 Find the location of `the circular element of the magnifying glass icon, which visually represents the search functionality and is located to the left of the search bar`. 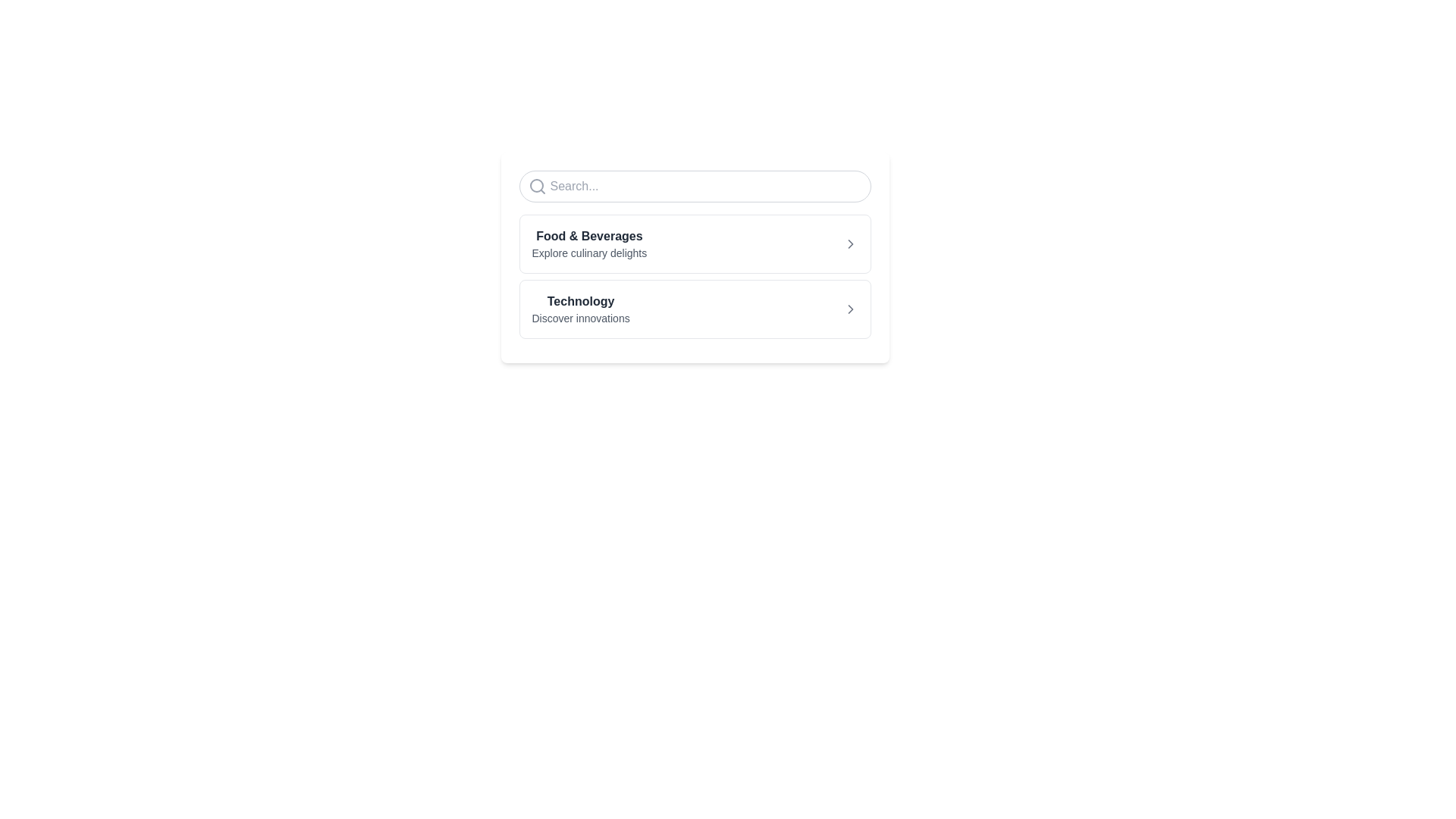

the circular element of the magnifying glass icon, which visually represents the search functionality and is located to the left of the search bar is located at coordinates (536, 185).